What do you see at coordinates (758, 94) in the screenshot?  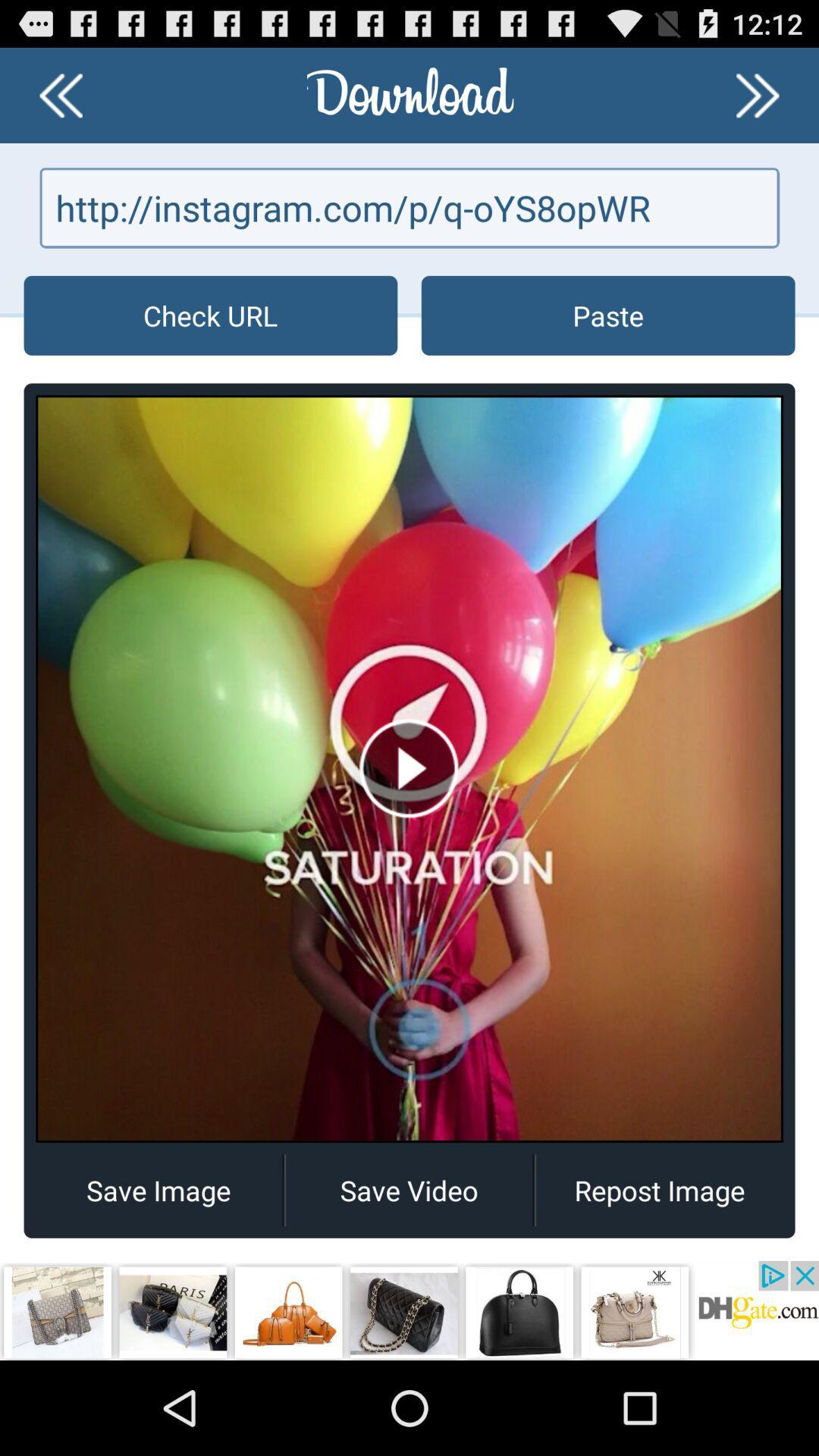 I see `next screen` at bounding box center [758, 94].